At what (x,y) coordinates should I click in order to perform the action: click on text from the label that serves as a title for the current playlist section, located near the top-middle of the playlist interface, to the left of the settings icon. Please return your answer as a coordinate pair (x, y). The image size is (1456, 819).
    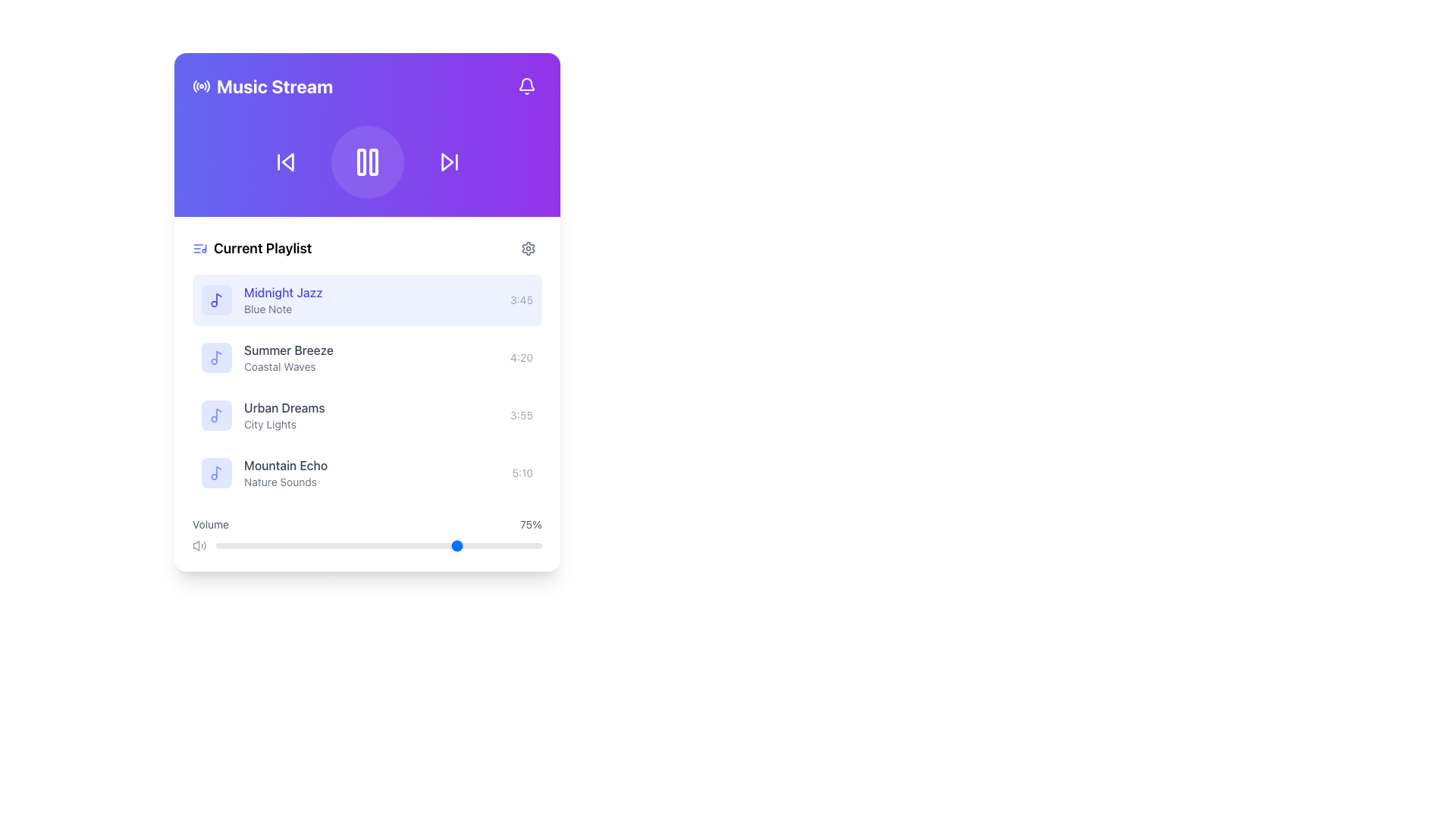
    Looking at the image, I should click on (252, 247).